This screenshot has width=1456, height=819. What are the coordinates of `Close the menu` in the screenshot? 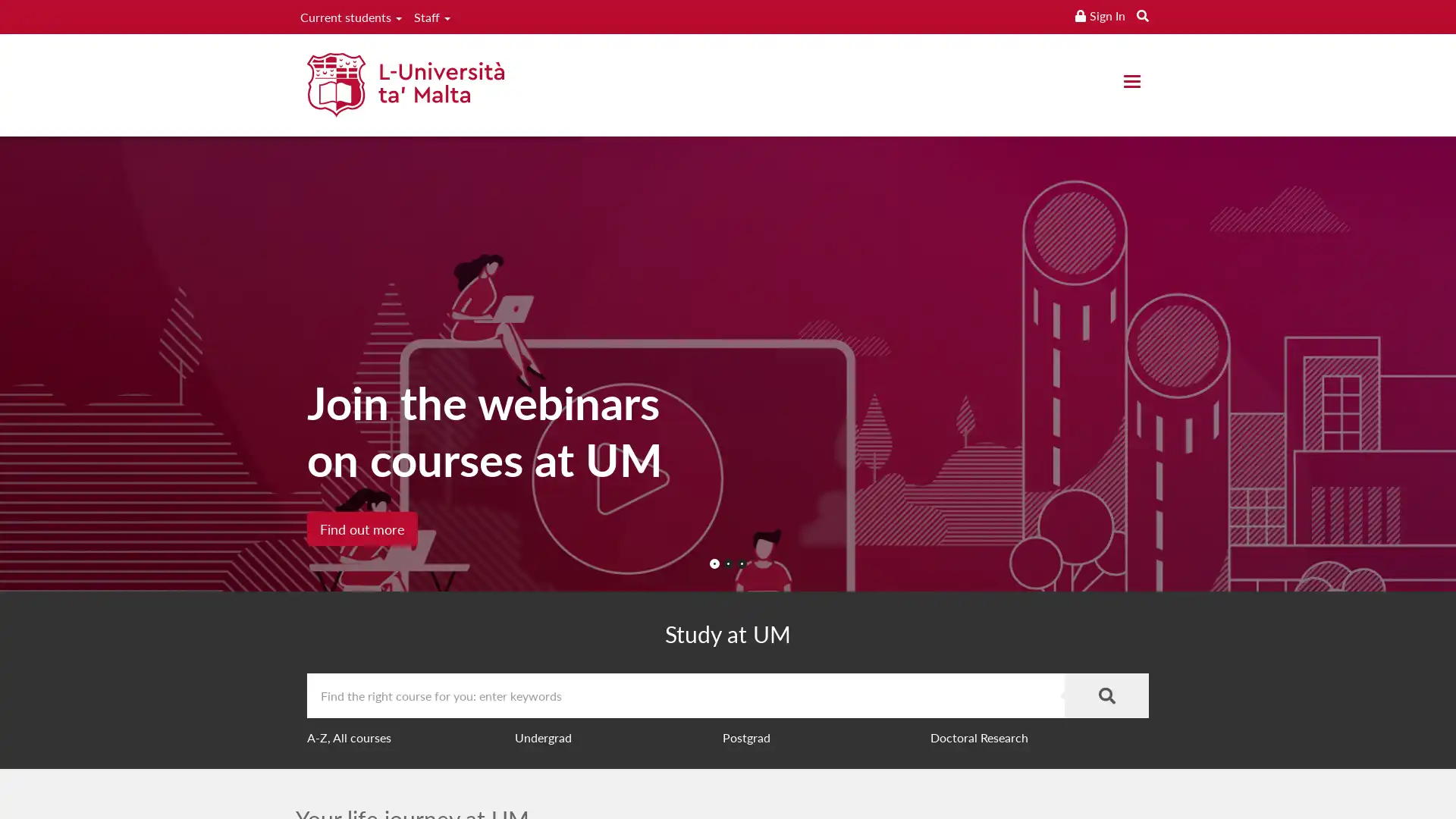 It's located at (1131, 81).